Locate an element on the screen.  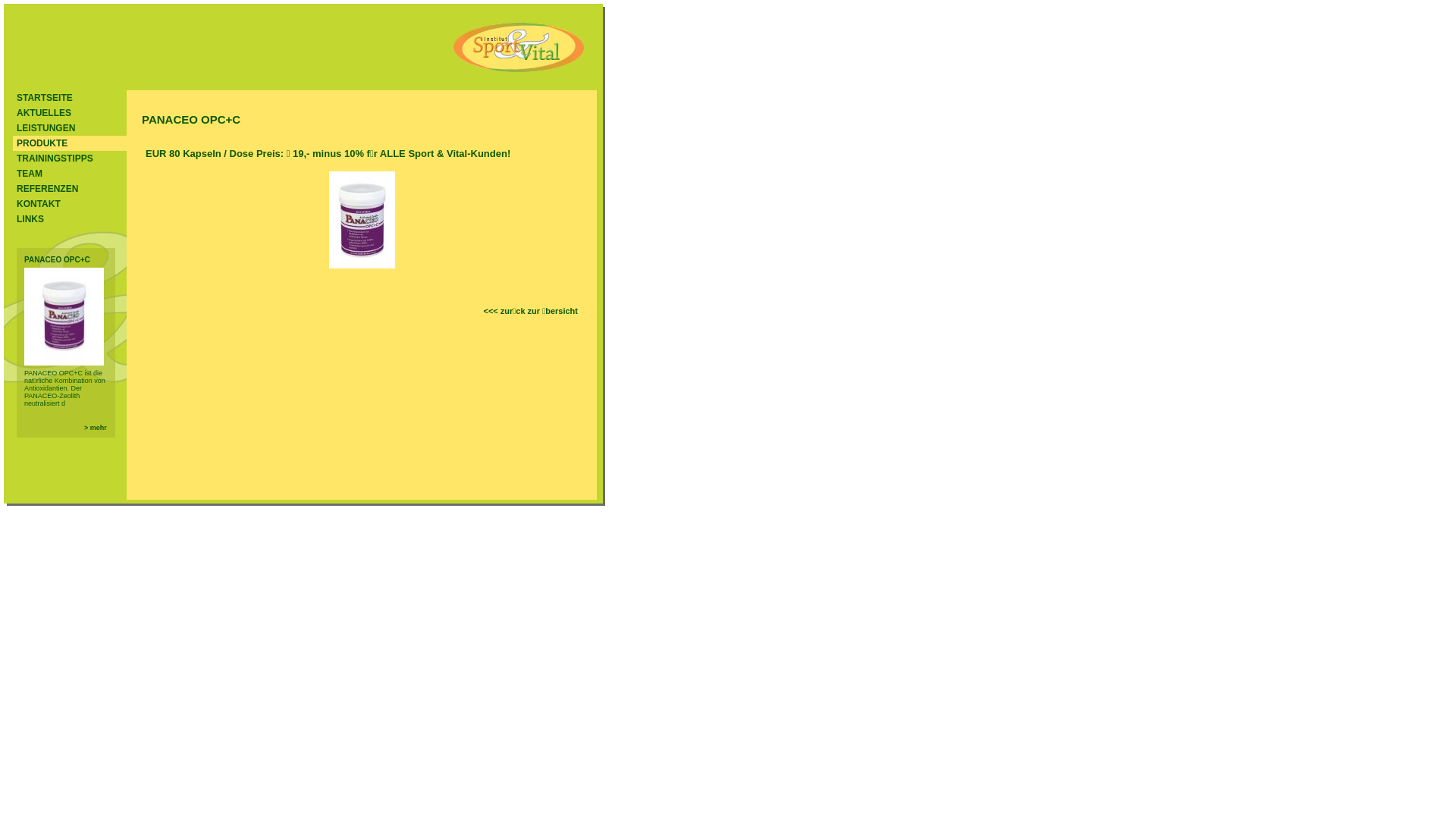
'REFERENZEN' is located at coordinates (68, 188).